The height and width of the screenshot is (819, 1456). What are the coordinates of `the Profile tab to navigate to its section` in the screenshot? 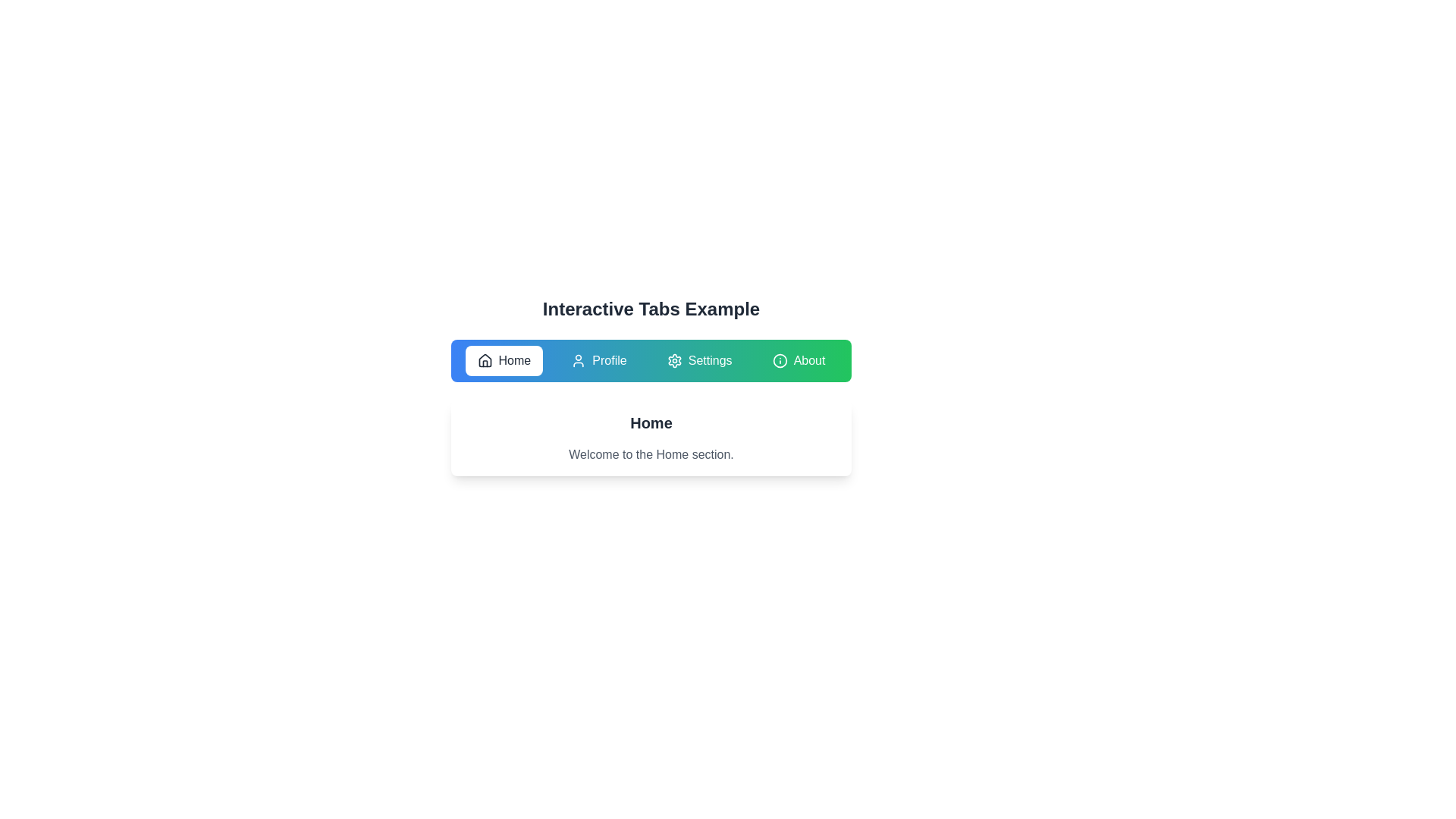 It's located at (598, 360).